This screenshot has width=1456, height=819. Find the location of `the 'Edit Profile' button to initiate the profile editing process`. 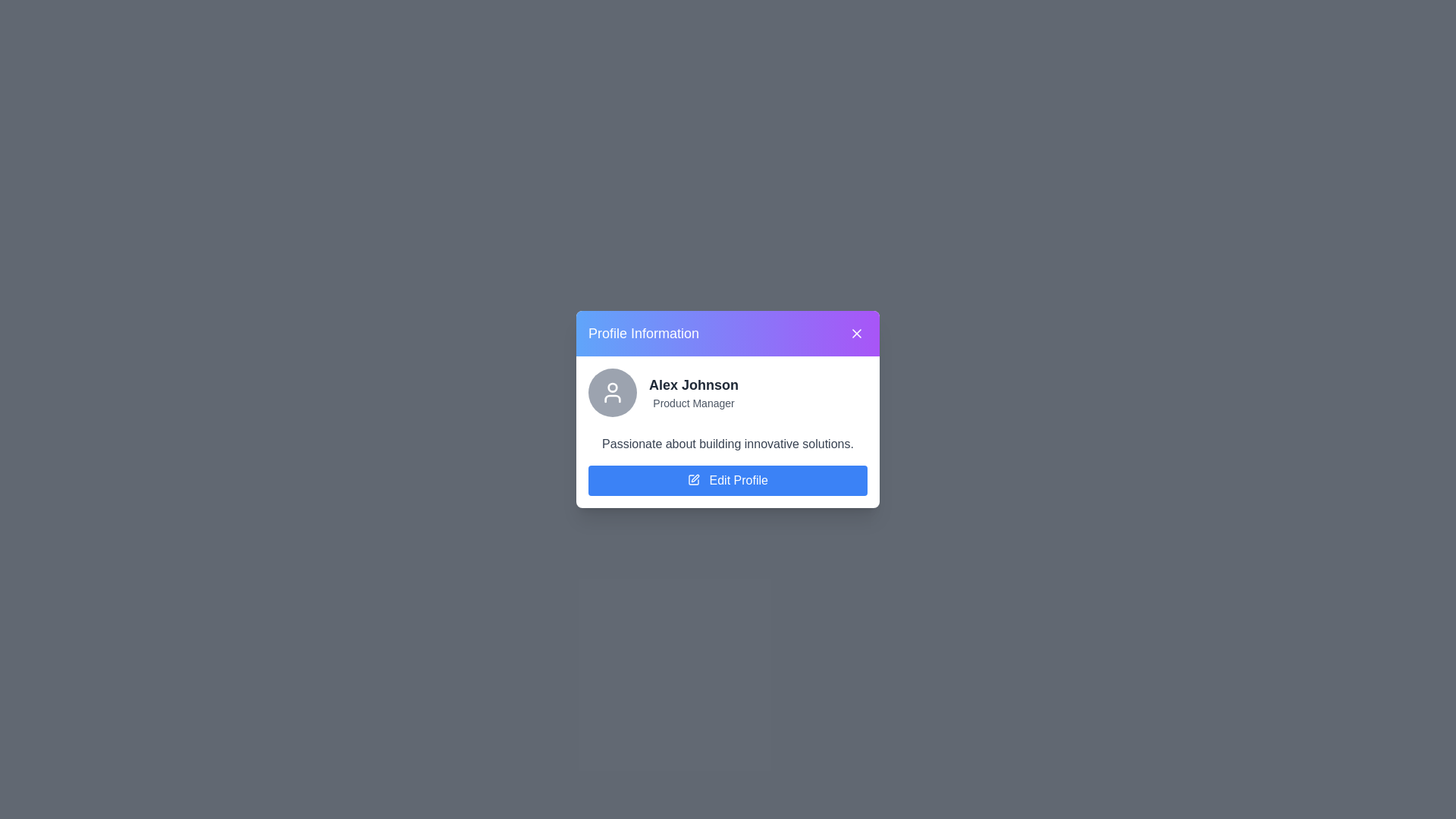

the 'Edit Profile' button to initiate the profile editing process is located at coordinates (728, 480).